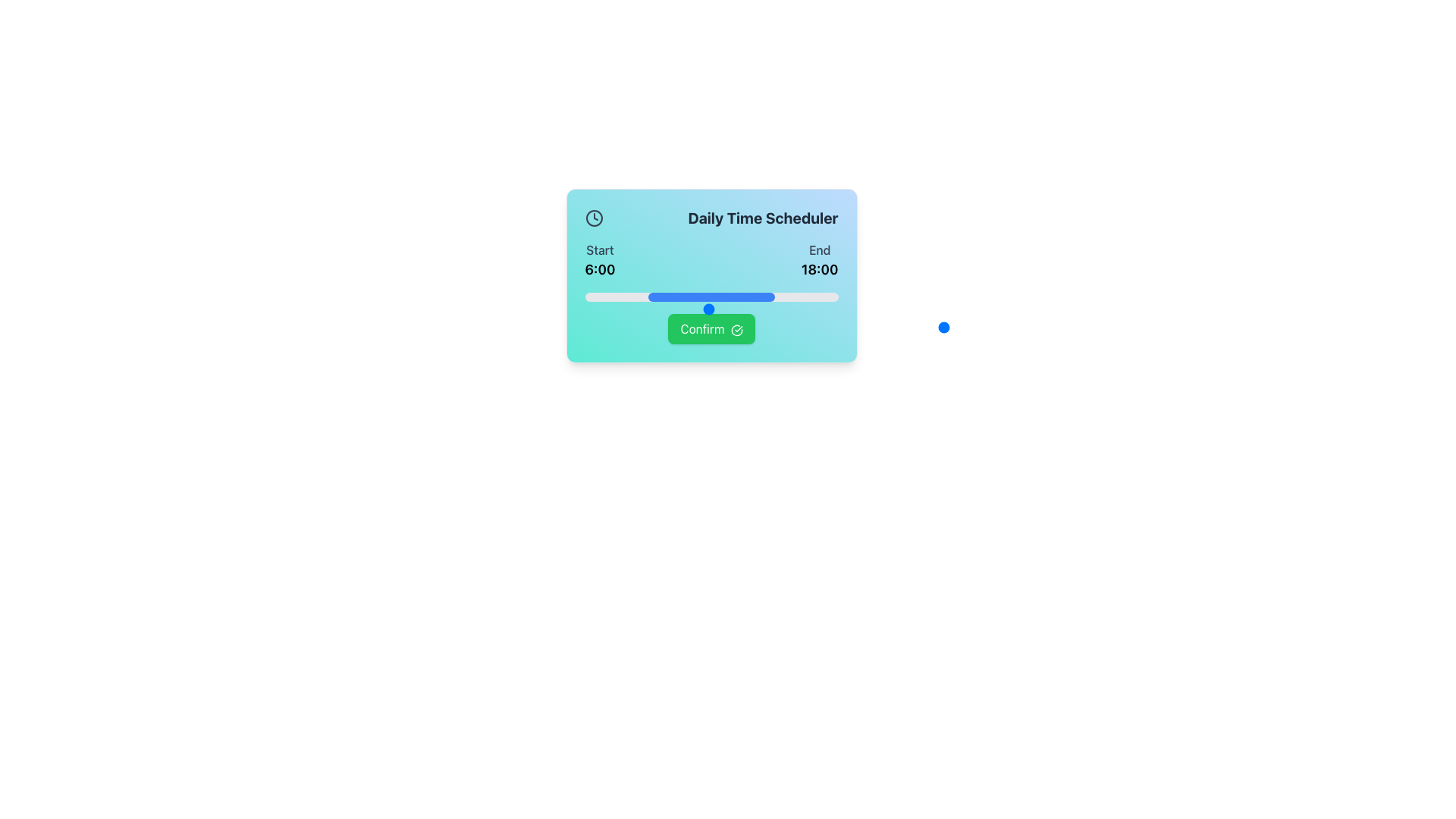  What do you see at coordinates (819, 249) in the screenshot?
I see `text label indicating the ending time for the scheduling interface, which is positioned above the text '18:00' in the upper-right quarter of the main blue-tinted card labeled 'Daily Time Scheduler'` at bounding box center [819, 249].